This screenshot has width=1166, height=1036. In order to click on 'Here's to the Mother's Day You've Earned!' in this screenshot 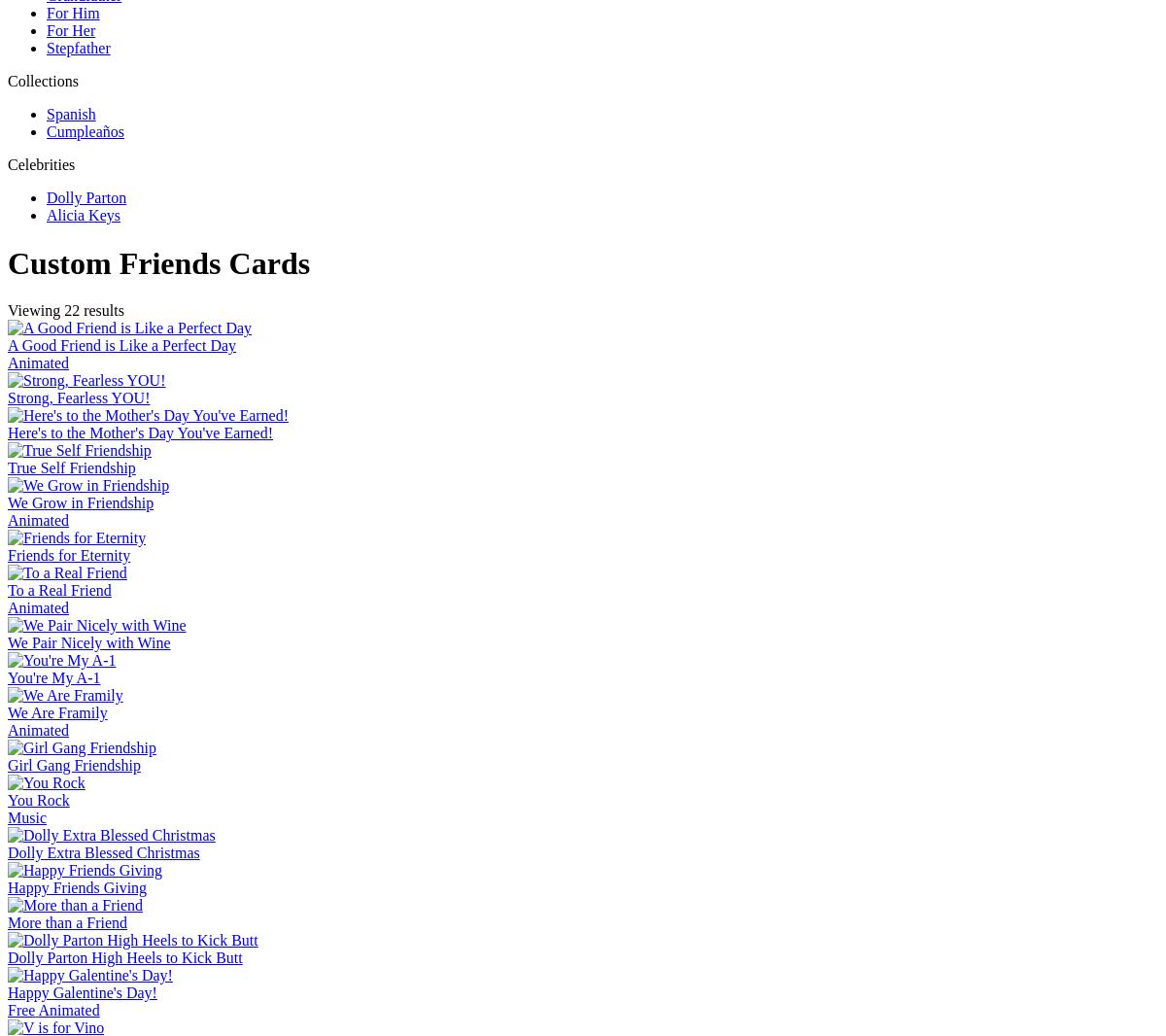, I will do `click(8, 432)`.